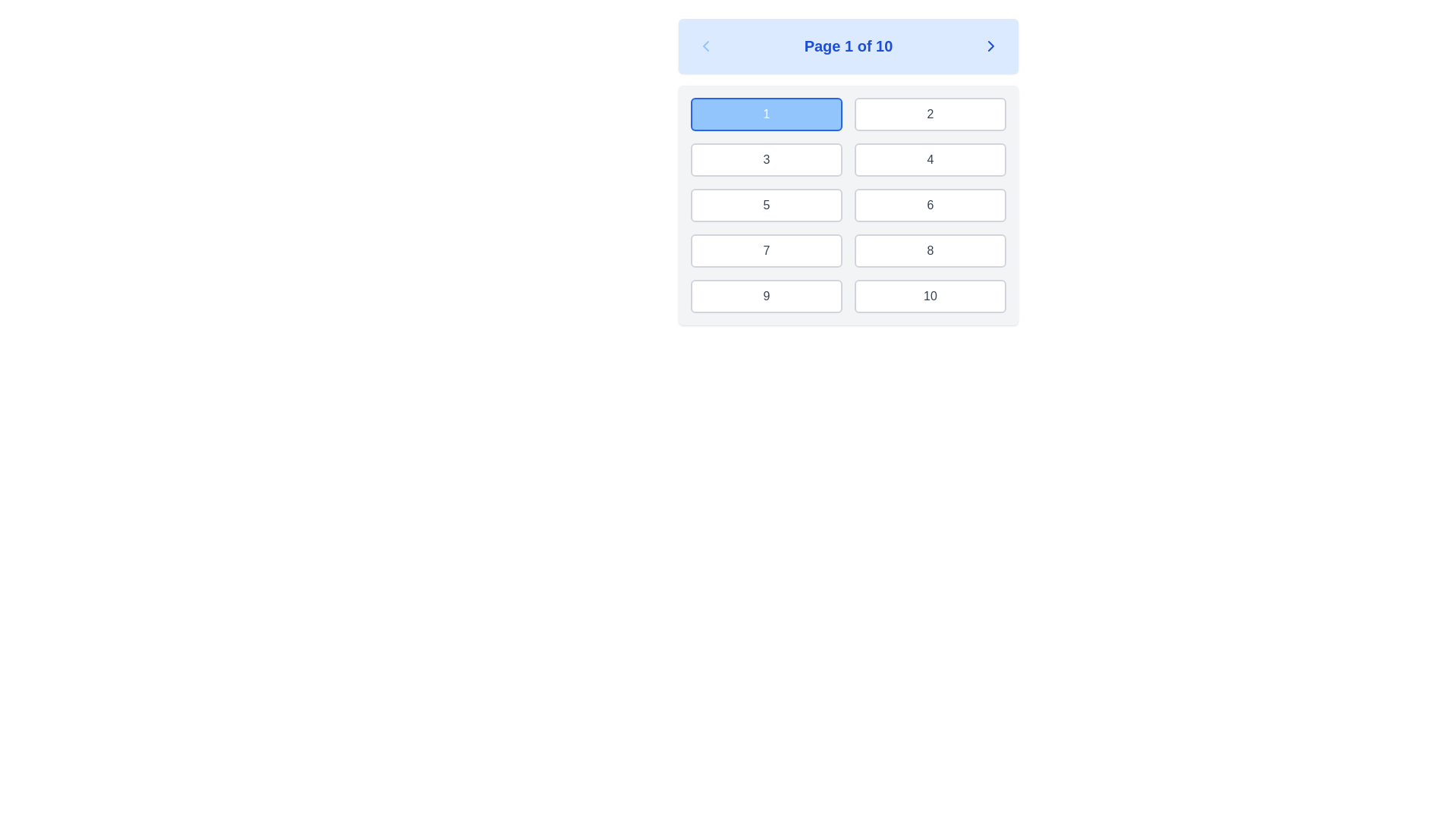 The image size is (1456, 819). What do you see at coordinates (767, 160) in the screenshot?
I see `the button displaying the number '3' in a gray font, located in the second row and first column of a two-column grid` at bounding box center [767, 160].